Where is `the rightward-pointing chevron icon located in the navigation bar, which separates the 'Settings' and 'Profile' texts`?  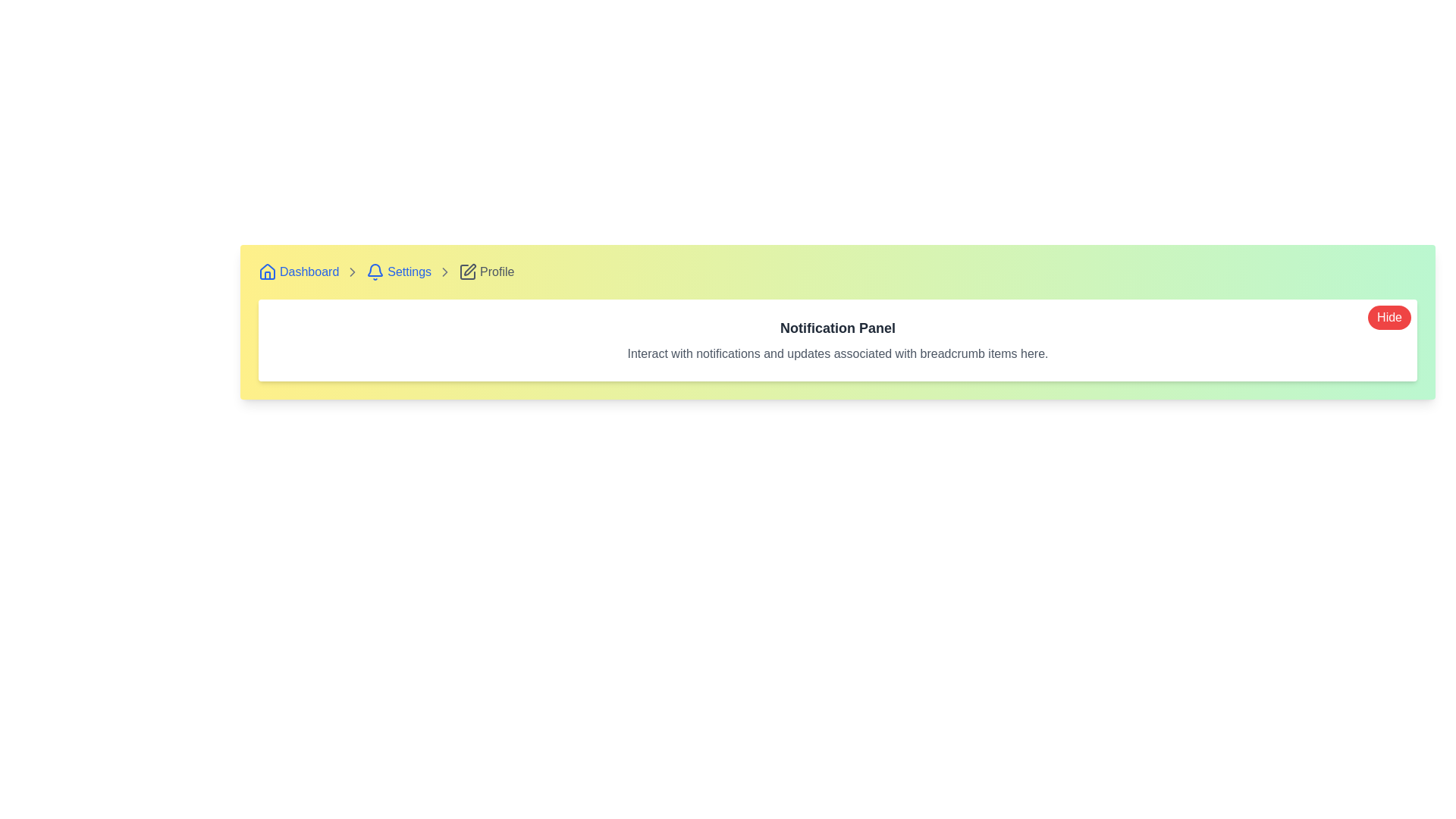 the rightward-pointing chevron icon located in the navigation bar, which separates the 'Settings' and 'Profile' texts is located at coordinates (352, 271).